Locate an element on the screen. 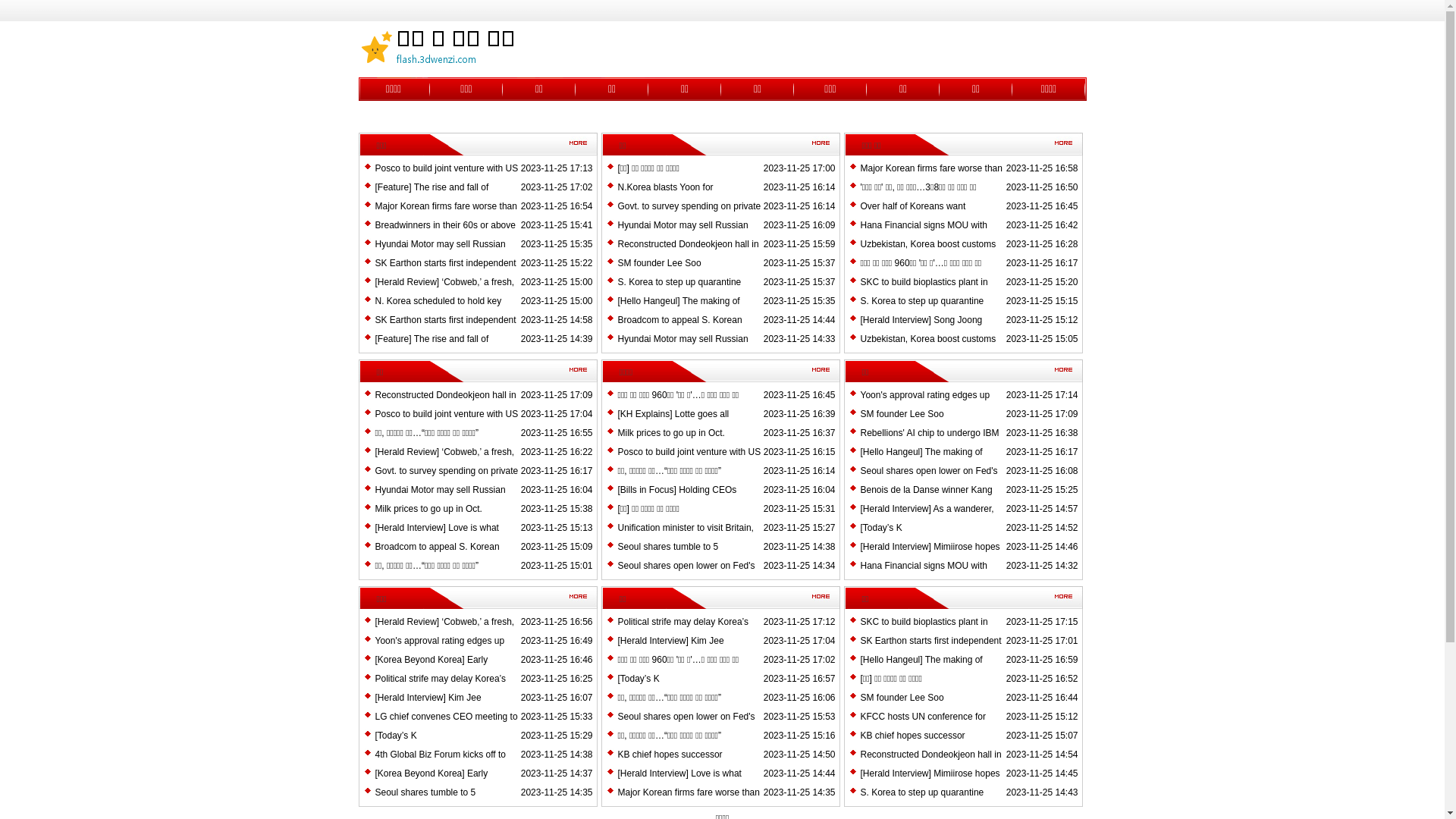 The image size is (1456, 819). 'LG chief convenes CEO meeting to review growth strategy' is located at coordinates (445, 724).